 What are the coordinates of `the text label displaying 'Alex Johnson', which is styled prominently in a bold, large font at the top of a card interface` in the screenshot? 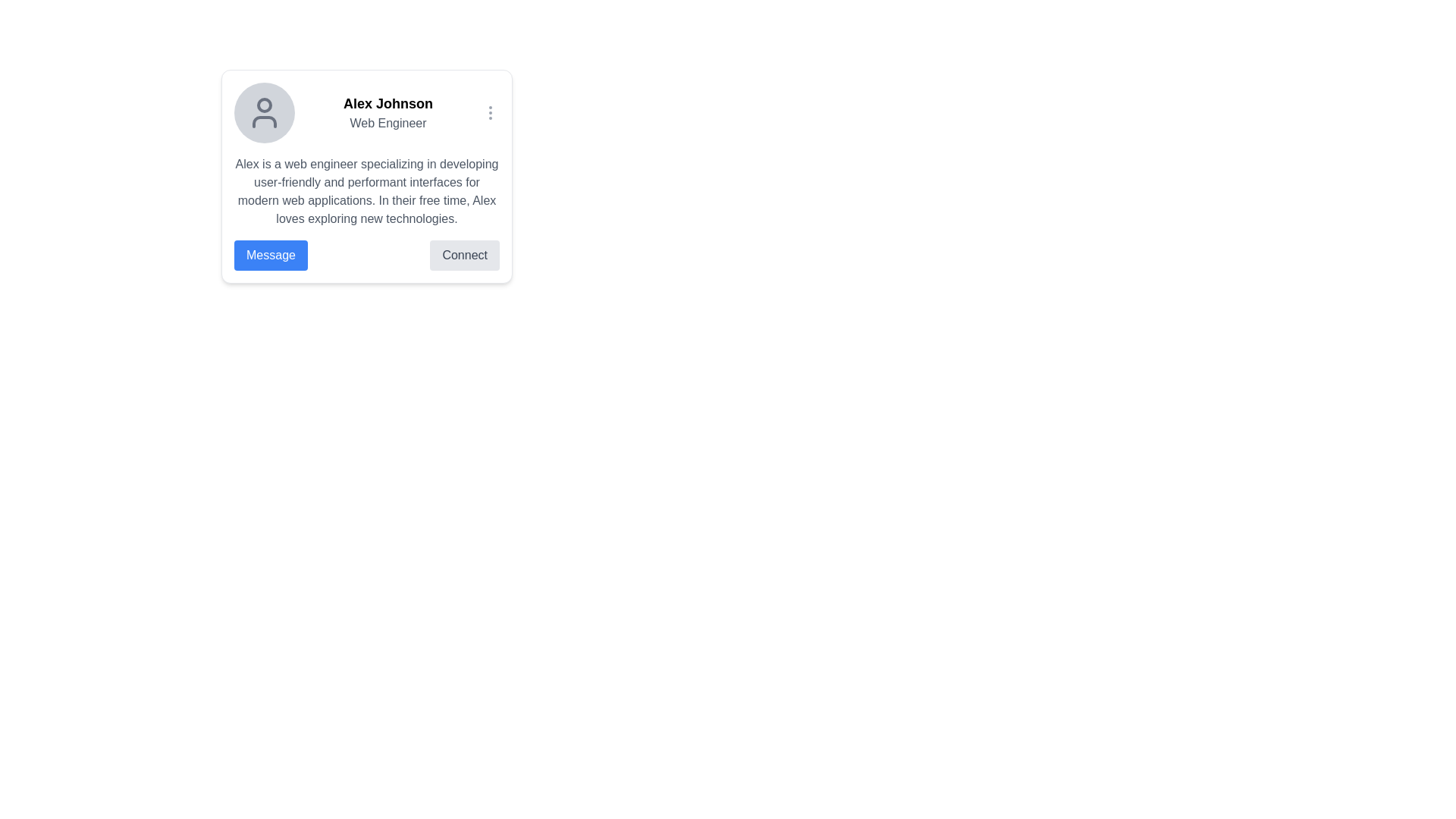 It's located at (388, 103).